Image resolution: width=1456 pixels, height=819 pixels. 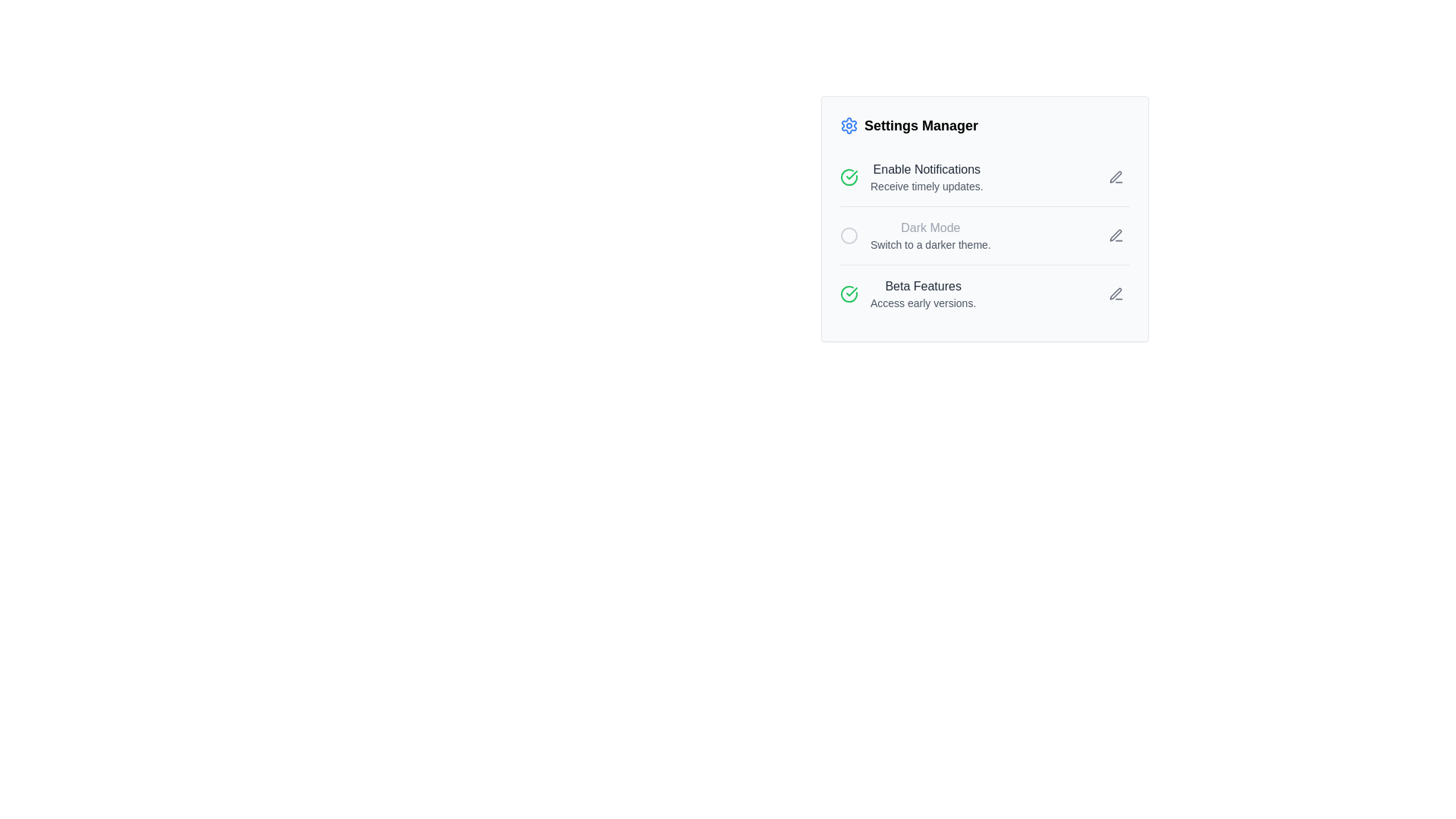 I want to click on information displayed in the text block titled 'Enable Notifications' with the description 'Receive timely updates' located in the 'Settings Manager' panel, so click(x=926, y=177).